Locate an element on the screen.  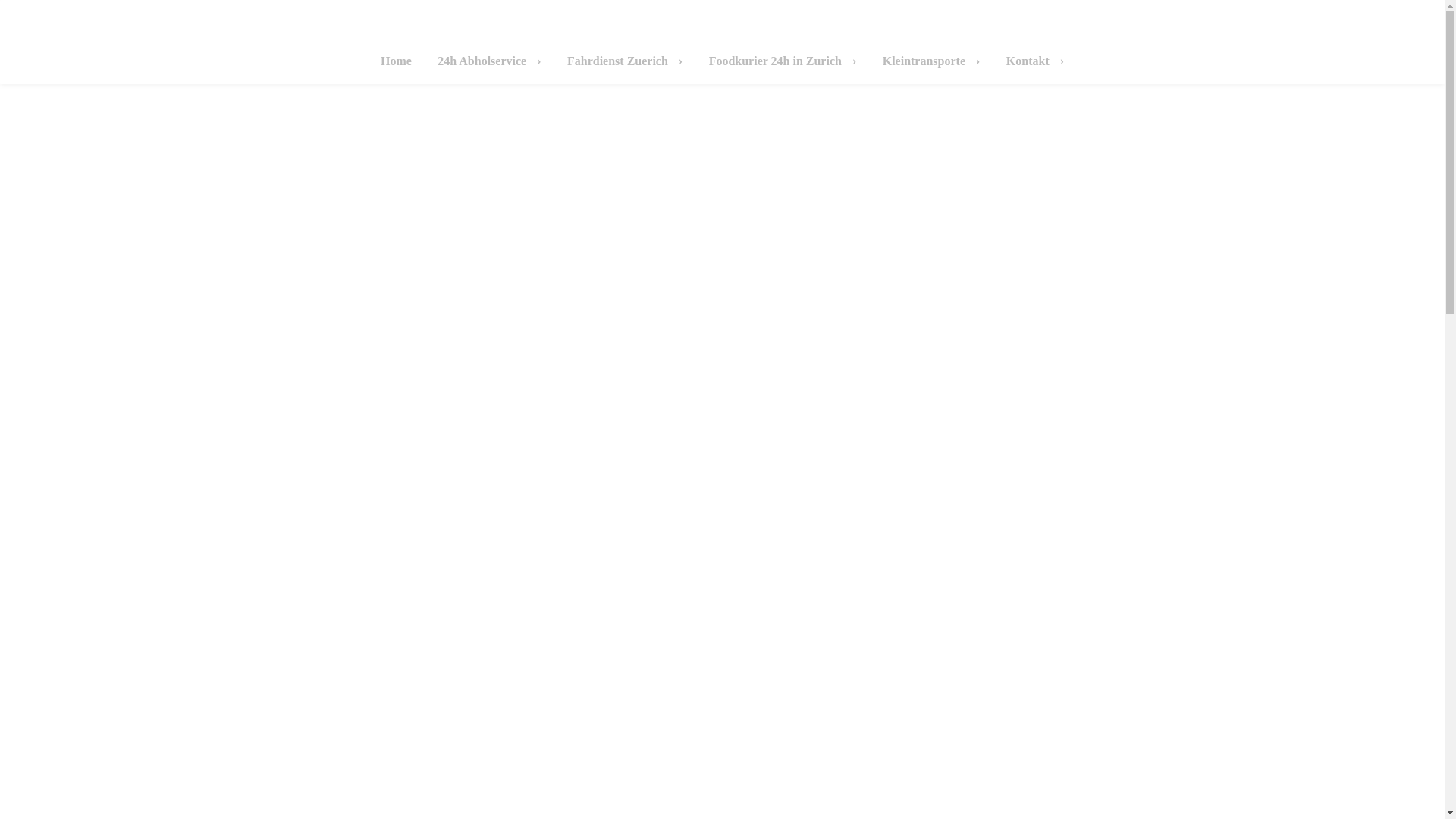
'Foodkurier 24h in Zurich' is located at coordinates (783, 61).